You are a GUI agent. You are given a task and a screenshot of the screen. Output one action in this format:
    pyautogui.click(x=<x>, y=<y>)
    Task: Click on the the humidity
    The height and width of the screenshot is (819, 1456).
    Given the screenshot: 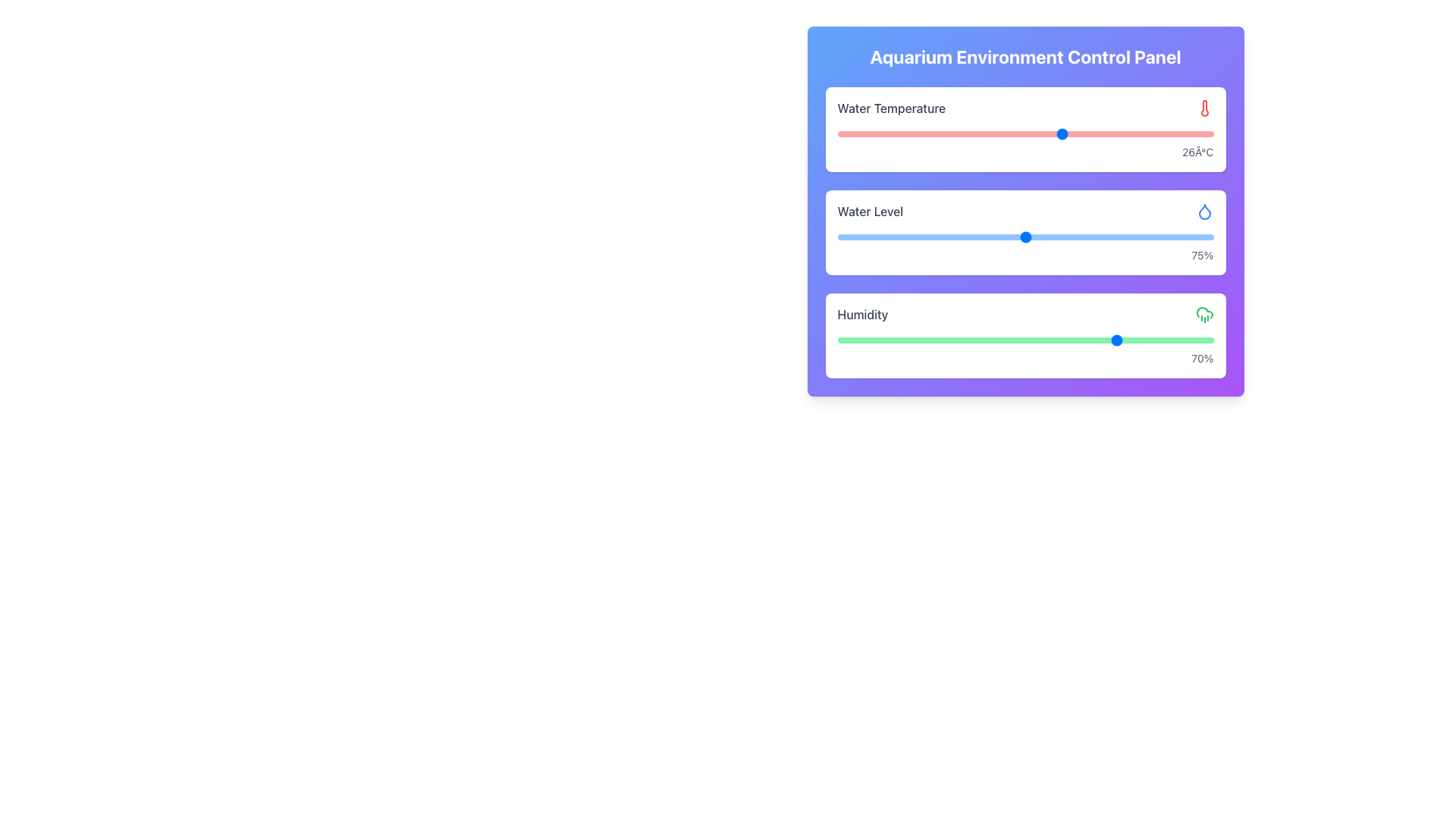 What is the action you would take?
    pyautogui.click(x=1034, y=339)
    